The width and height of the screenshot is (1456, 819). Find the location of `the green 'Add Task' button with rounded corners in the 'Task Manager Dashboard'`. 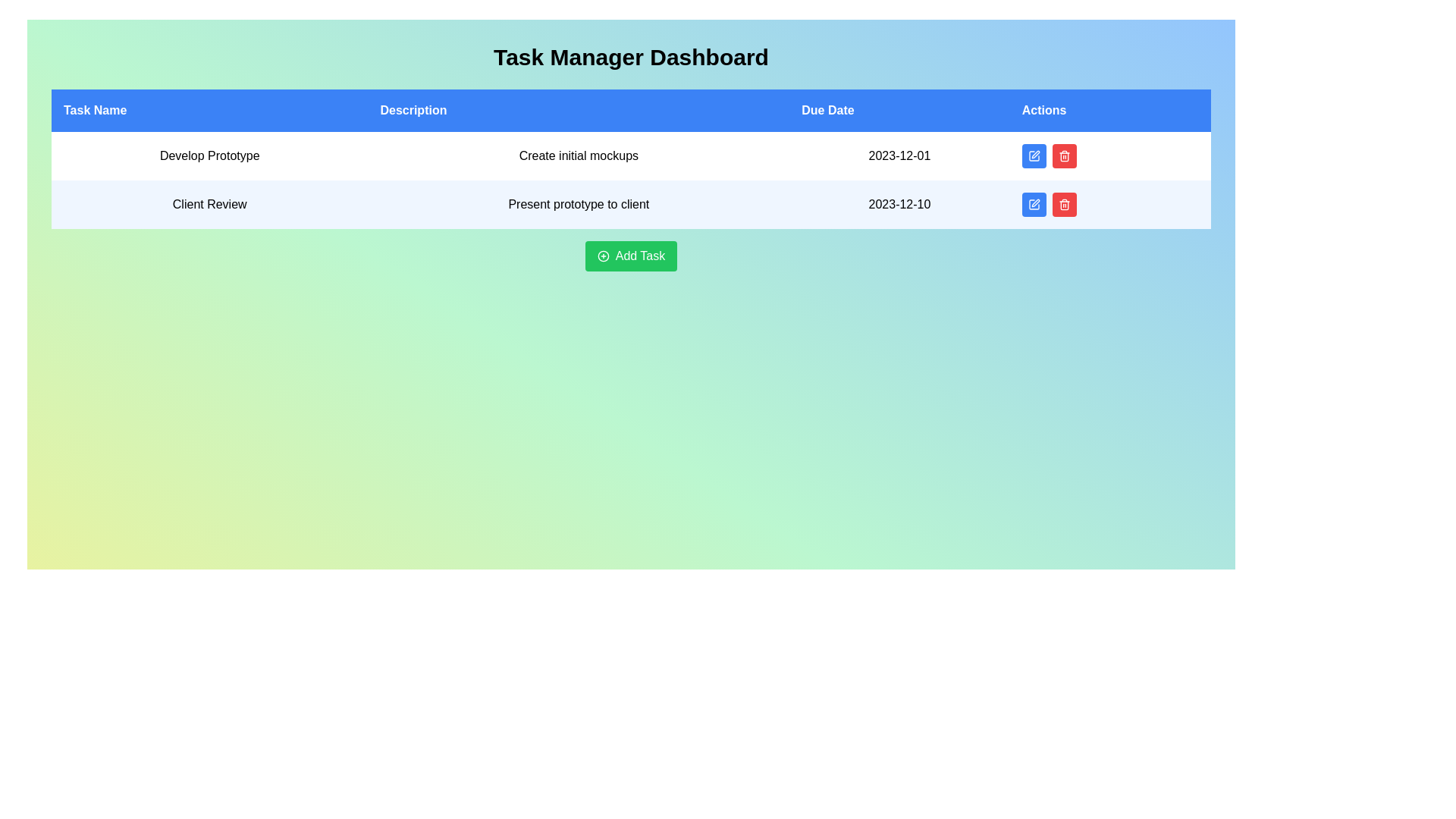

the green 'Add Task' button with rounded corners in the 'Task Manager Dashboard' is located at coordinates (631, 256).